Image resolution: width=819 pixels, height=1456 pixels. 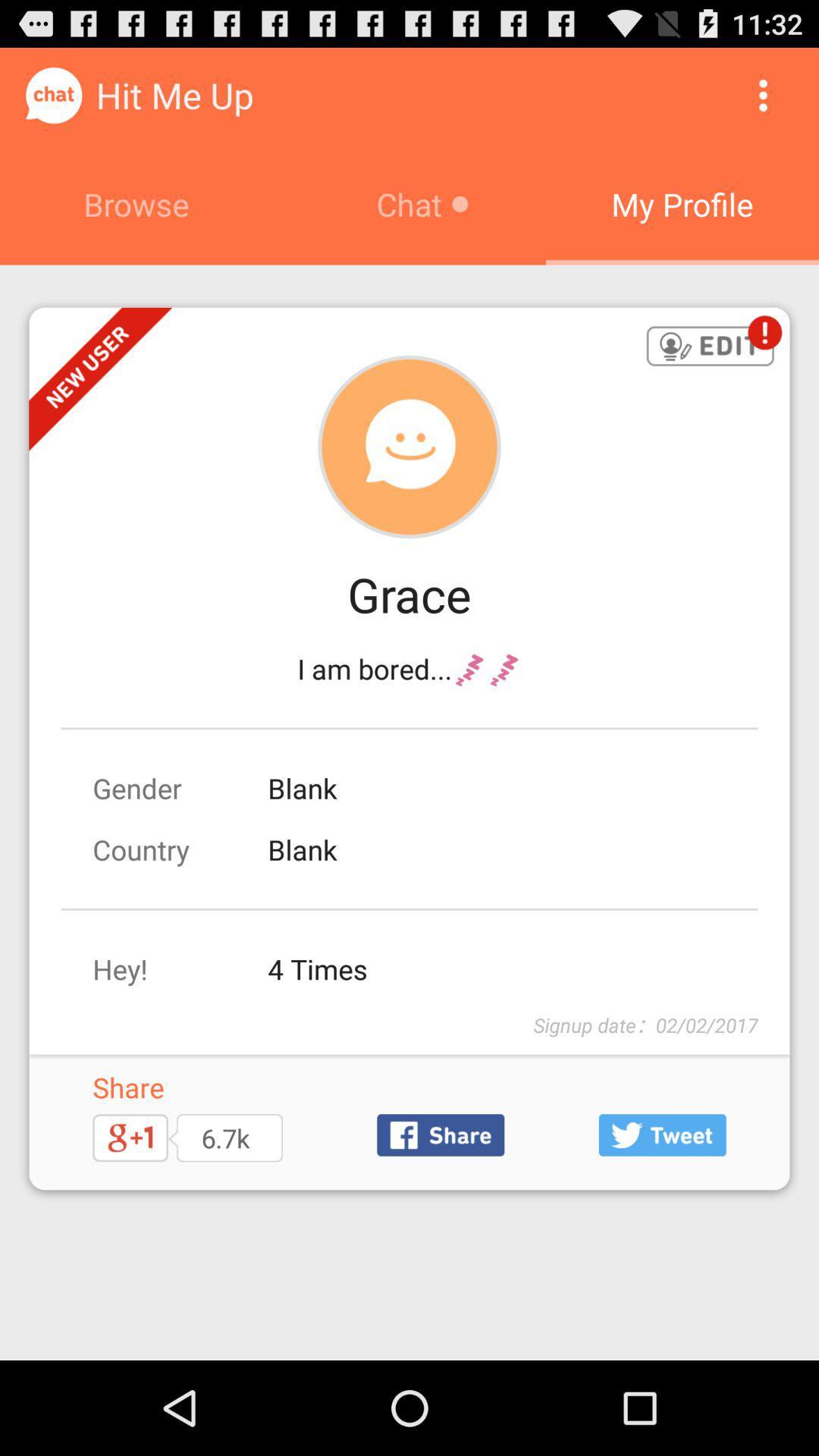 What do you see at coordinates (441, 1135) in the screenshot?
I see `share on facebook` at bounding box center [441, 1135].